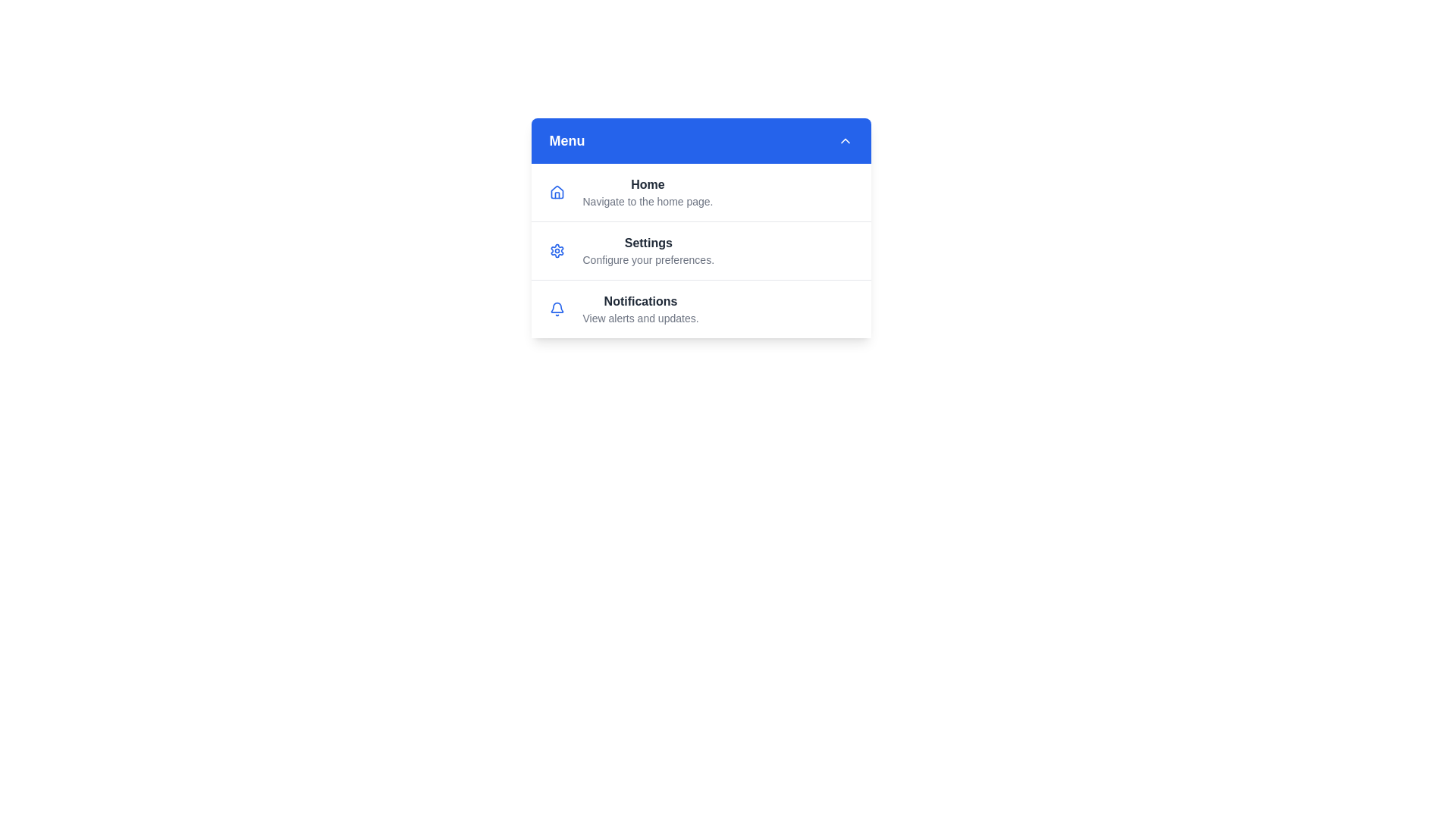  What do you see at coordinates (700, 308) in the screenshot?
I see `the menu item Notifications from the visible menu options` at bounding box center [700, 308].